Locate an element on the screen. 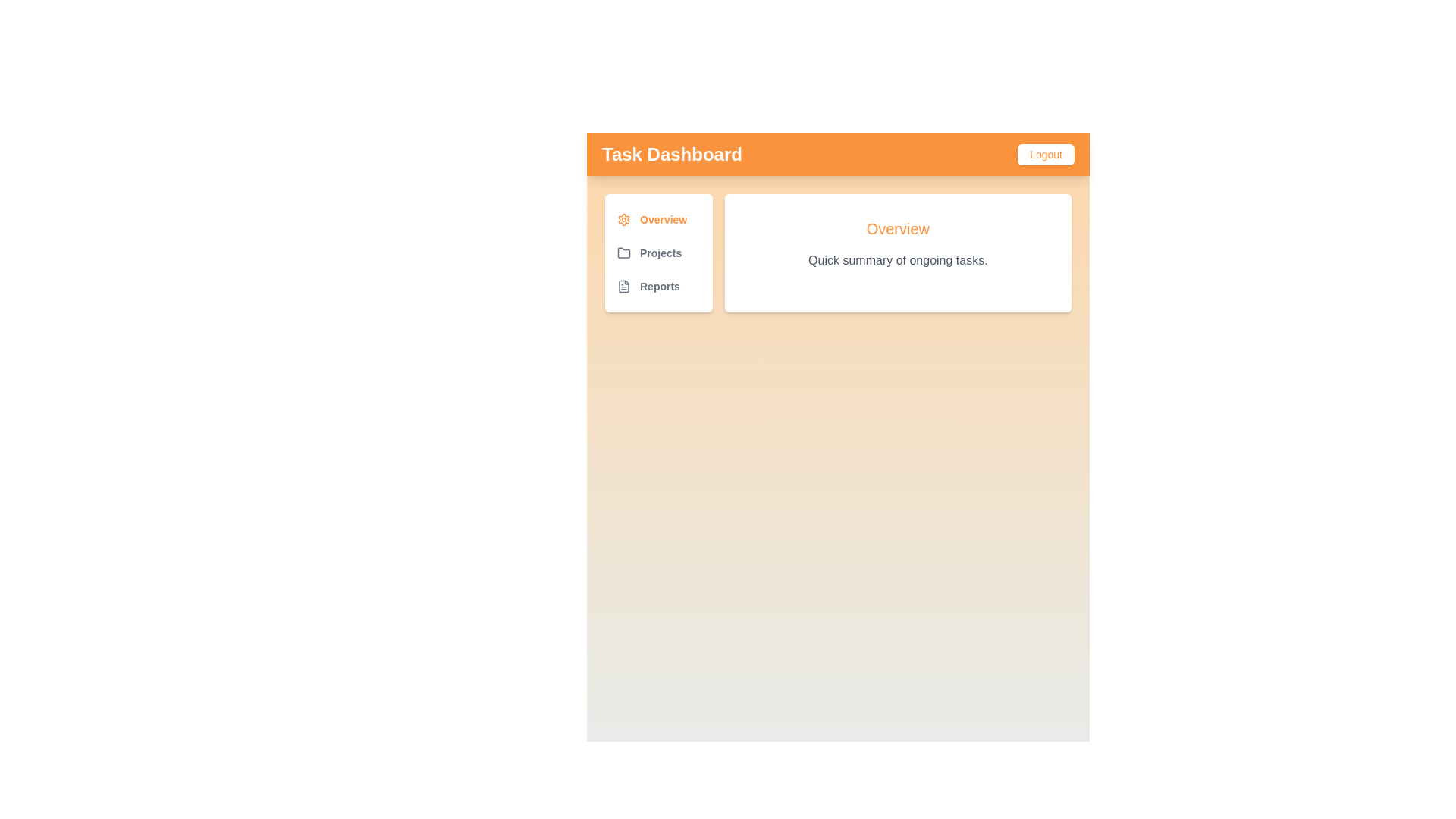 The width and height of the screenshot is (1456, 819). the Text Block that provides a heading and introductory text summarizing tasks by directing attention to it is located at coordinates (898, 243).